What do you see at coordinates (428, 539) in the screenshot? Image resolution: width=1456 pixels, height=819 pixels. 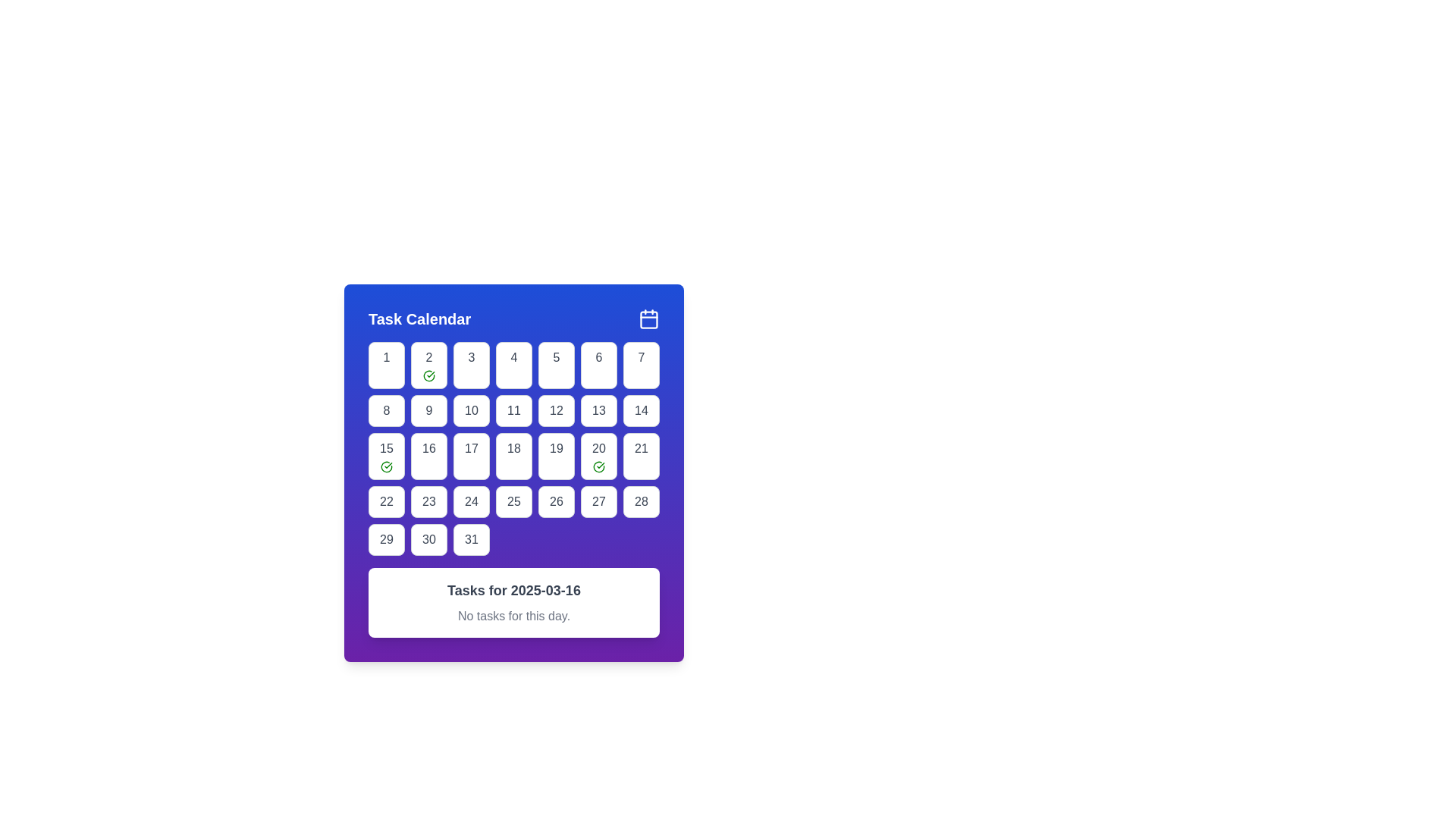 I see `the calendar day cell displaying the number '30', which is styled with a white background and gray centered text, to focus the element` at bounding box center [428, 539].